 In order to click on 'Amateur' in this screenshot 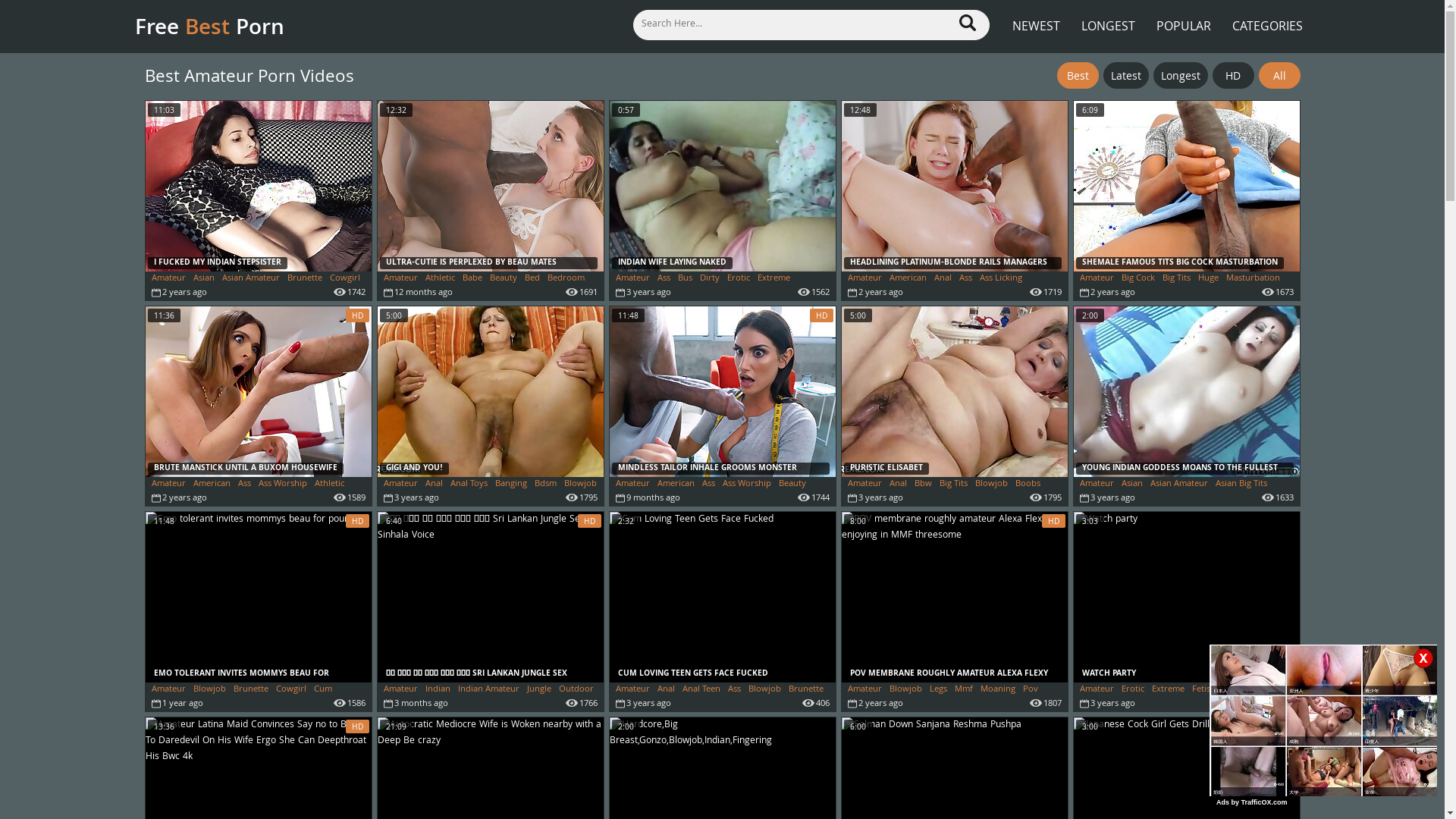, I will do `click(400, 689)`.